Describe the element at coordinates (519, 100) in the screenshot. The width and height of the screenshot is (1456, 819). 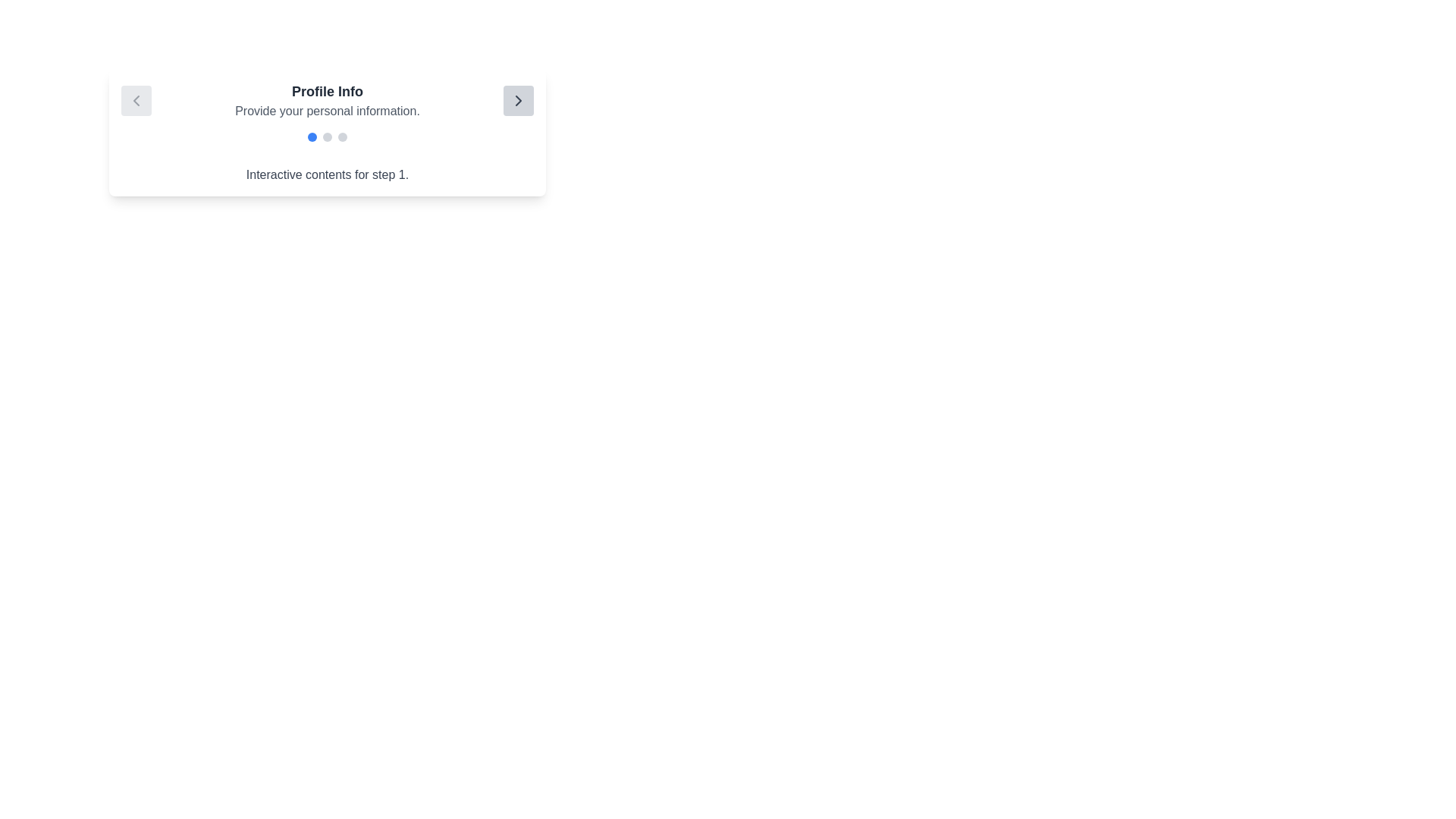
I see `the gray rectangular button with a right-facing arrow icon located in the upper-right portion of the 'Profile Info' section to change its appearance` at that location.